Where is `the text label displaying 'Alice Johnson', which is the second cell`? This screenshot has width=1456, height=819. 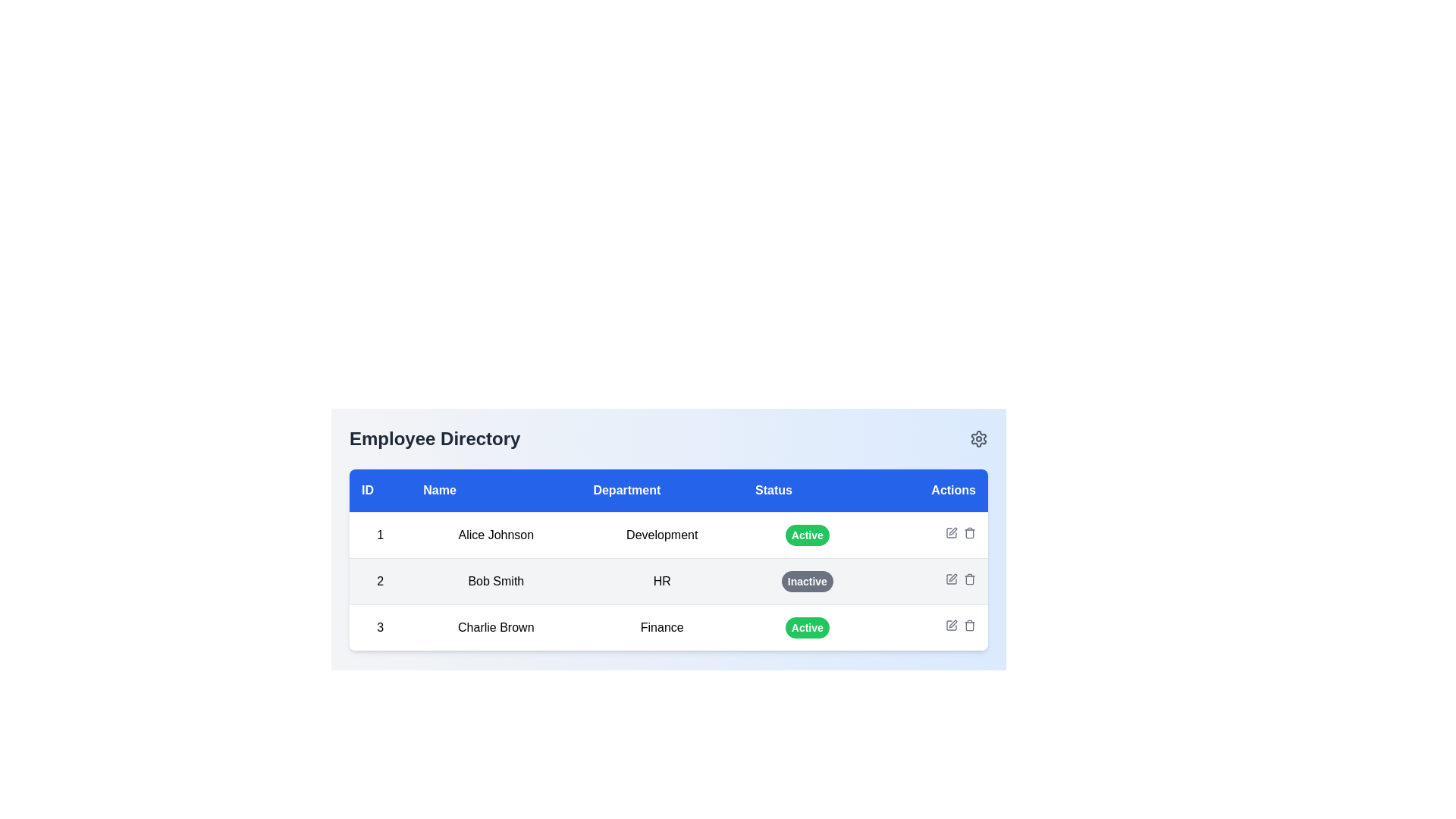 the text label displaying 'Alice Johnson', which is the second cell is located at coordinates (495, 534).